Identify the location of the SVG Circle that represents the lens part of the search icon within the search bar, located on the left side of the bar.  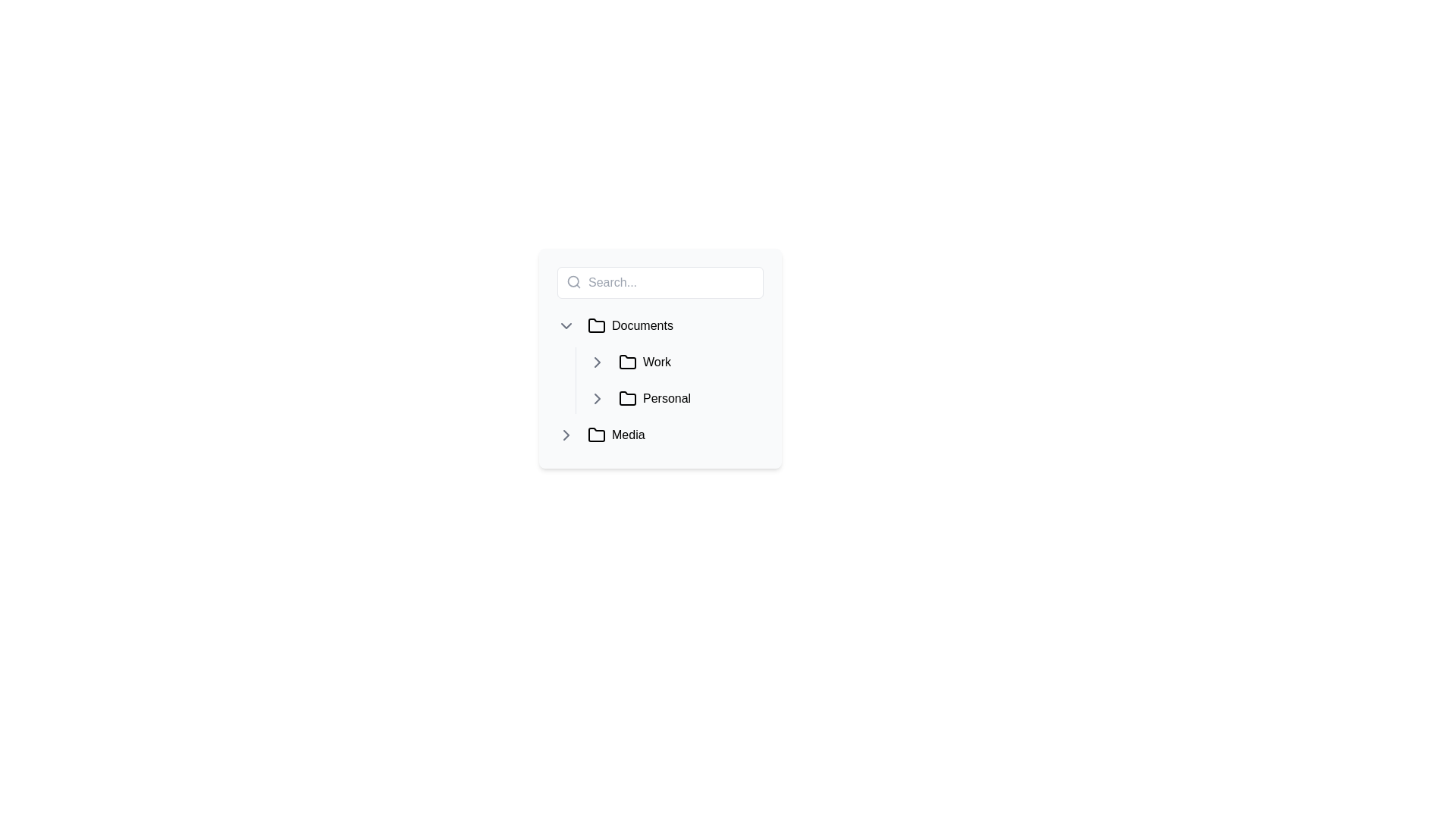
(573, 281).